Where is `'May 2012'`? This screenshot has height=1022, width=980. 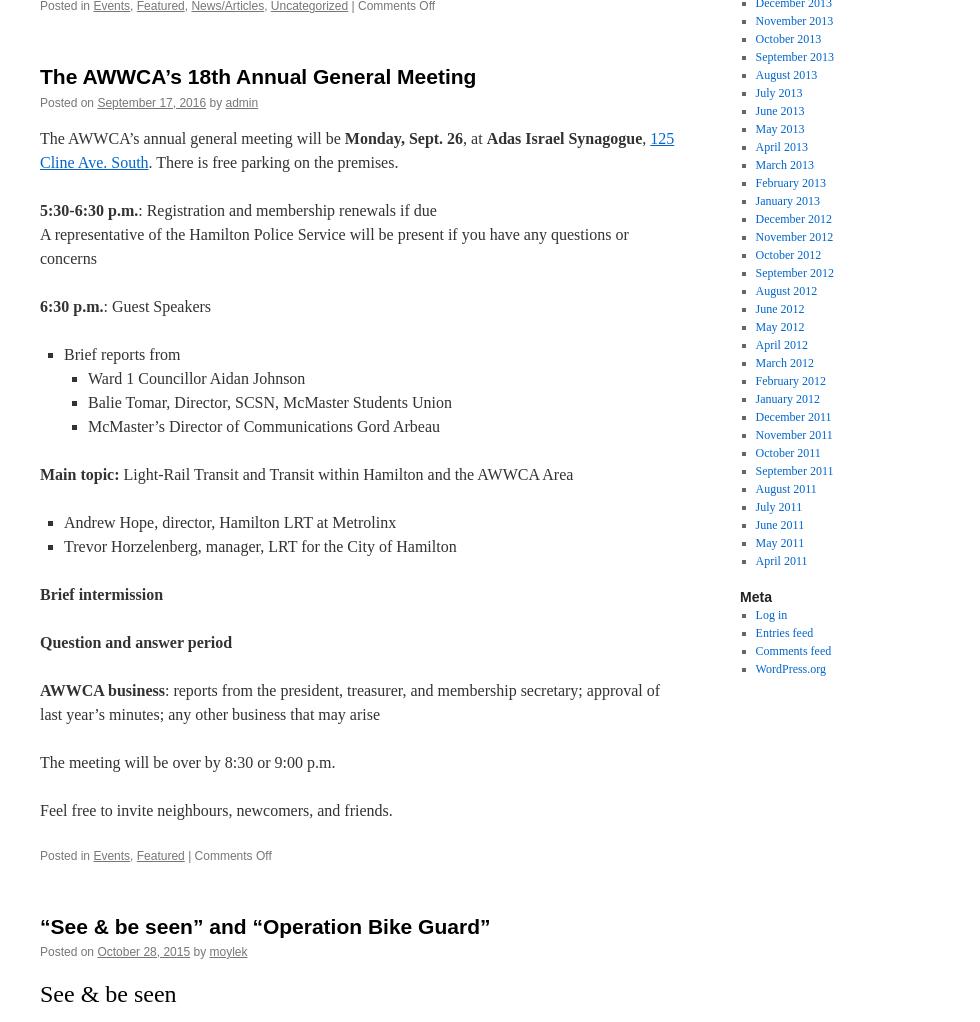 'May 2012' is located at coordinates (779, 326).